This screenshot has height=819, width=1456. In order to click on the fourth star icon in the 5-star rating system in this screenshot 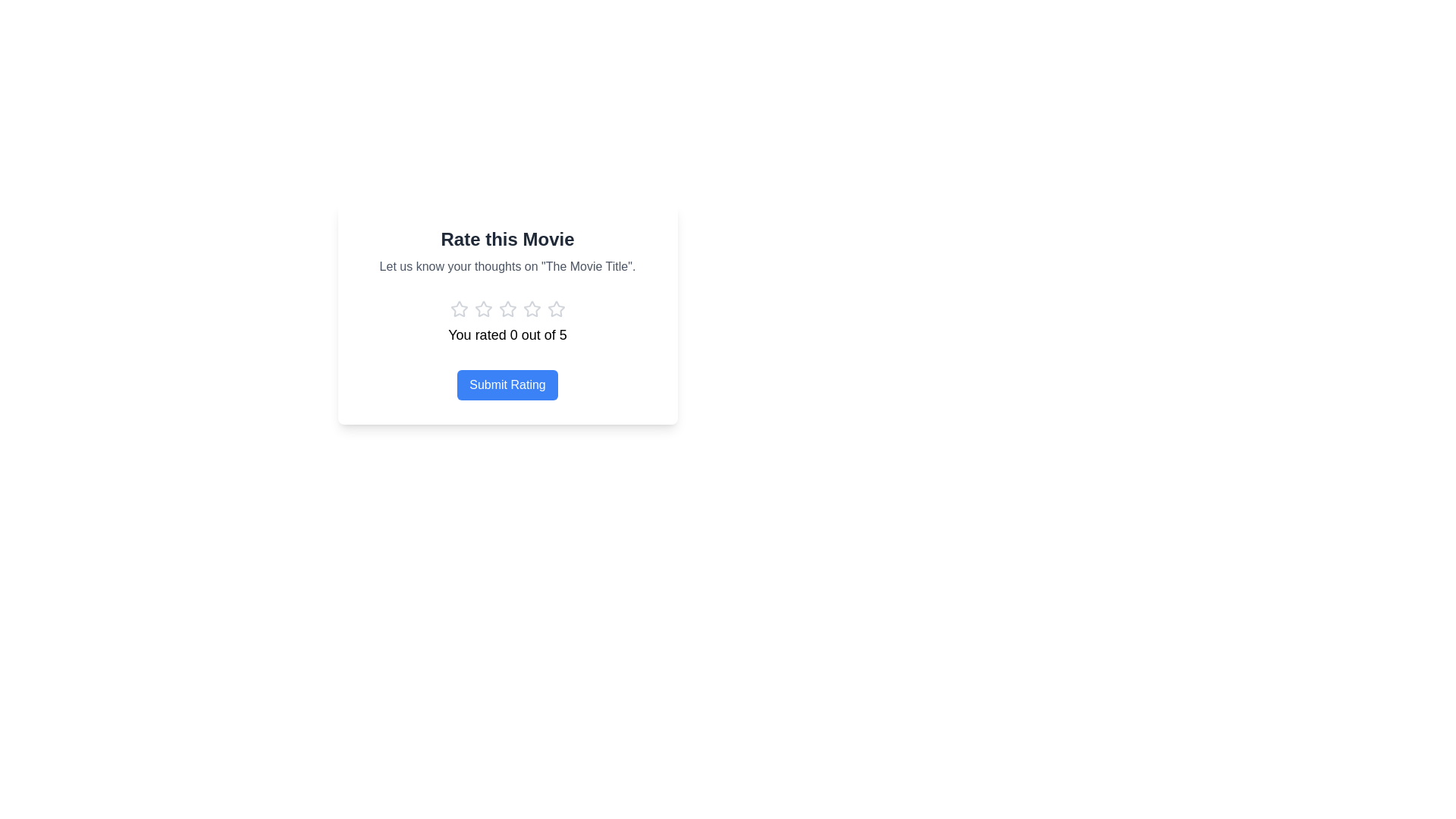, I will do `click(507, 309)`.